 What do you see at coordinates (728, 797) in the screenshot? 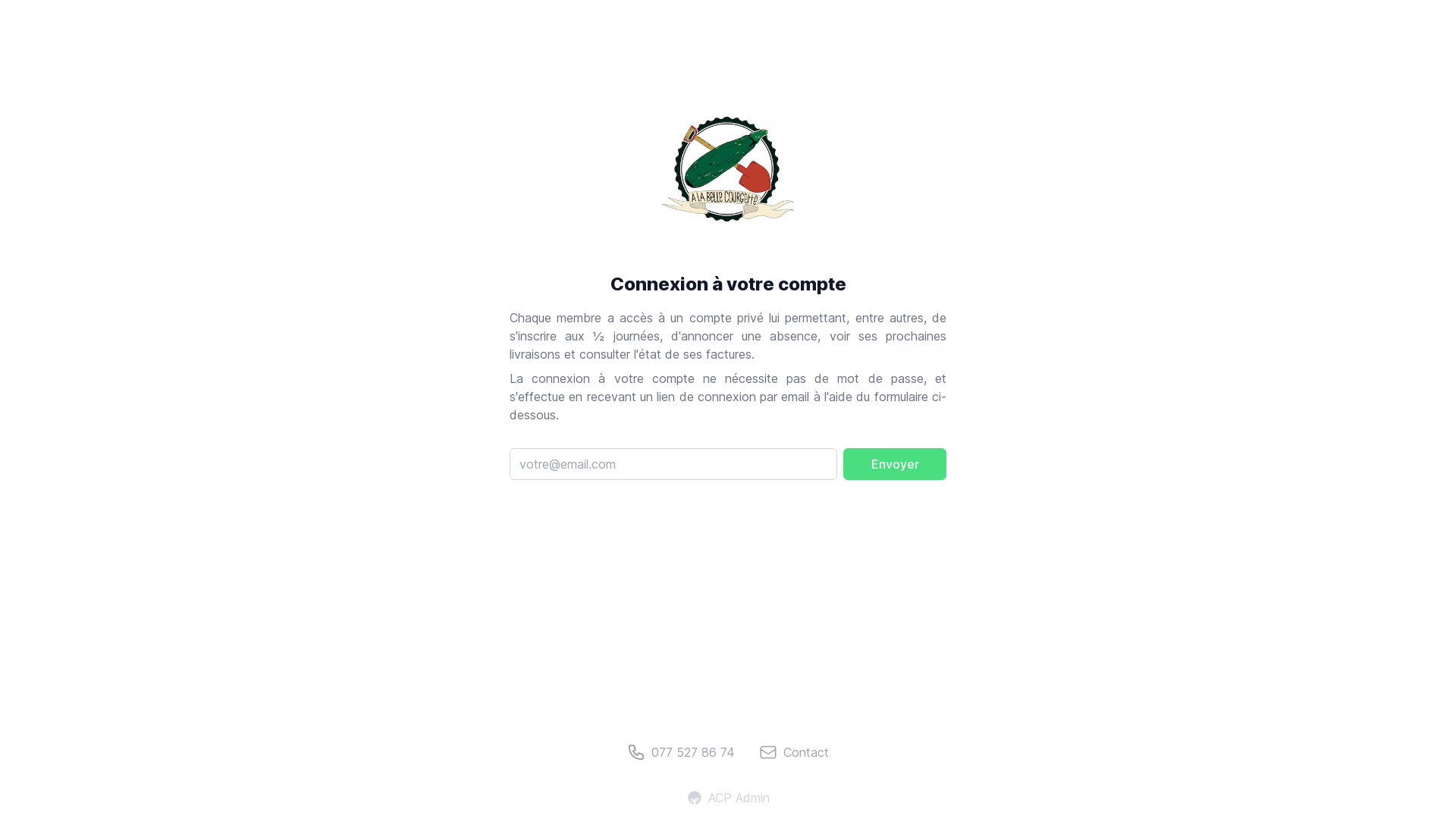
I see `'ACP Admin'` at bounding box center [728, 797].